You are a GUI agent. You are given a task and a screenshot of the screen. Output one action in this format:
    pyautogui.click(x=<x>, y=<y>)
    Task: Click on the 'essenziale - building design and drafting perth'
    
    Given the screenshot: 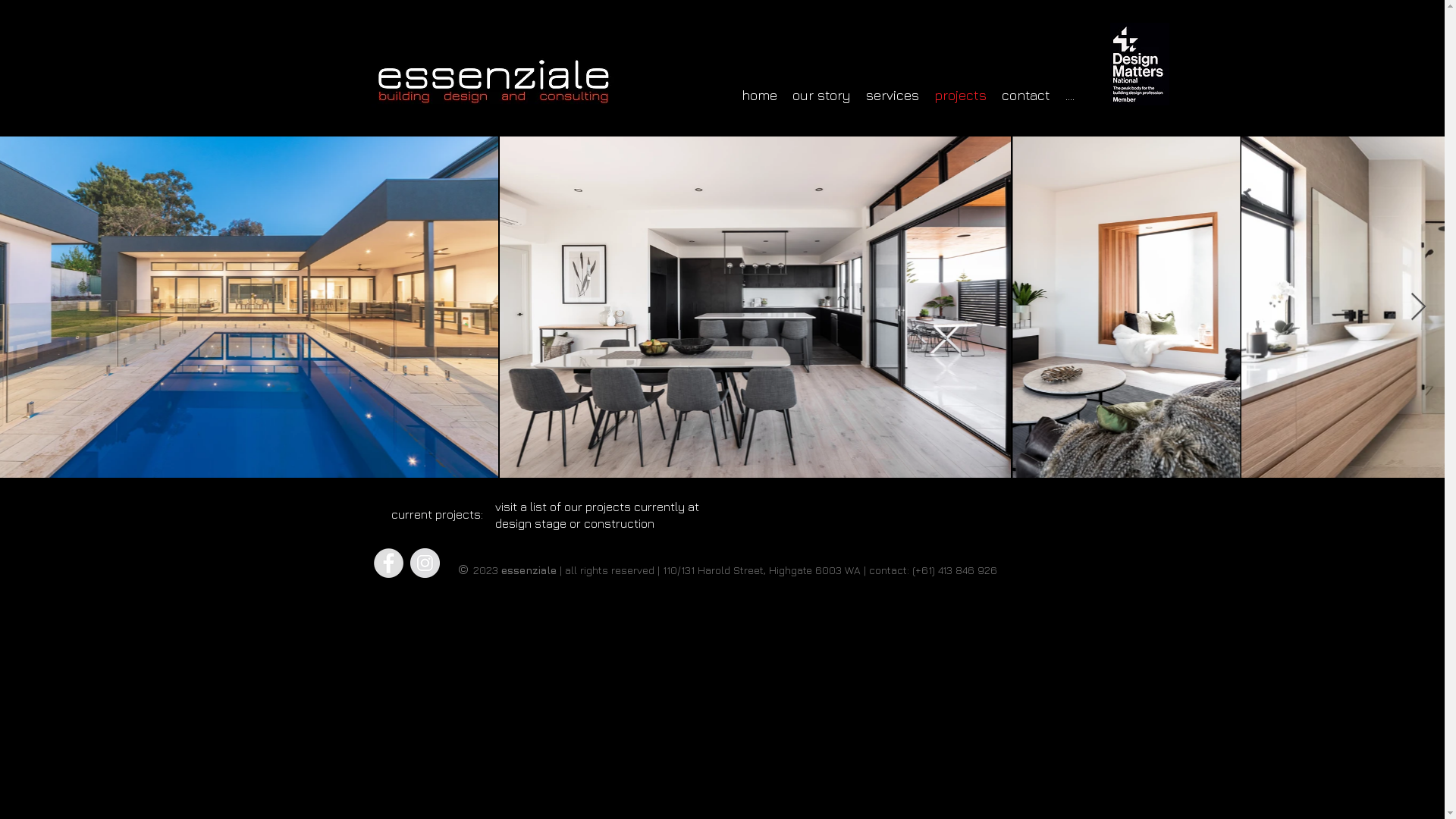 What is the action you would take?
    pyautogui.click(x=1139, y=63)
    